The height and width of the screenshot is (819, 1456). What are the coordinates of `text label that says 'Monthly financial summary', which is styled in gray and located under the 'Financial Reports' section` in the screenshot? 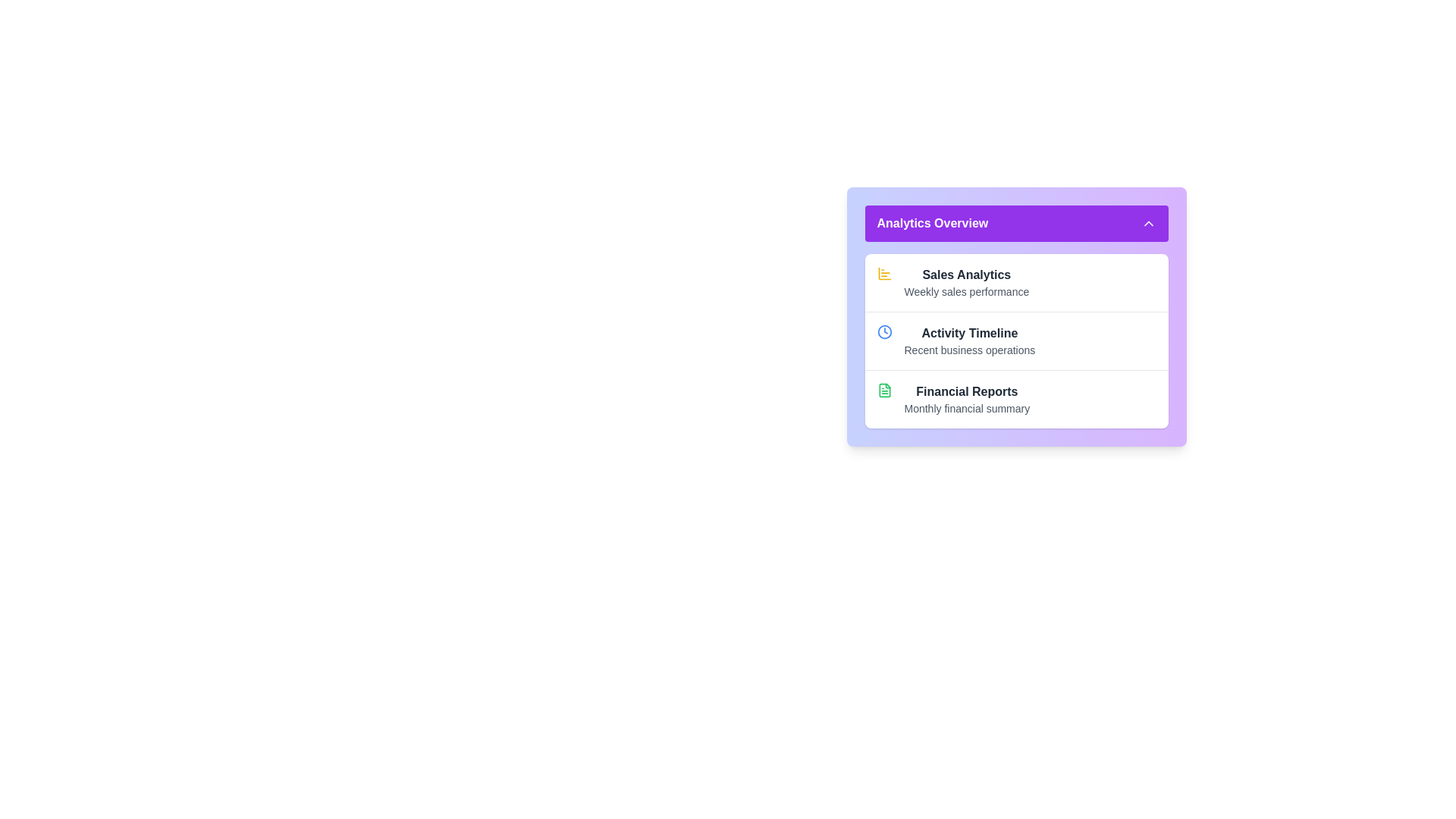 It's located at (966, 408).